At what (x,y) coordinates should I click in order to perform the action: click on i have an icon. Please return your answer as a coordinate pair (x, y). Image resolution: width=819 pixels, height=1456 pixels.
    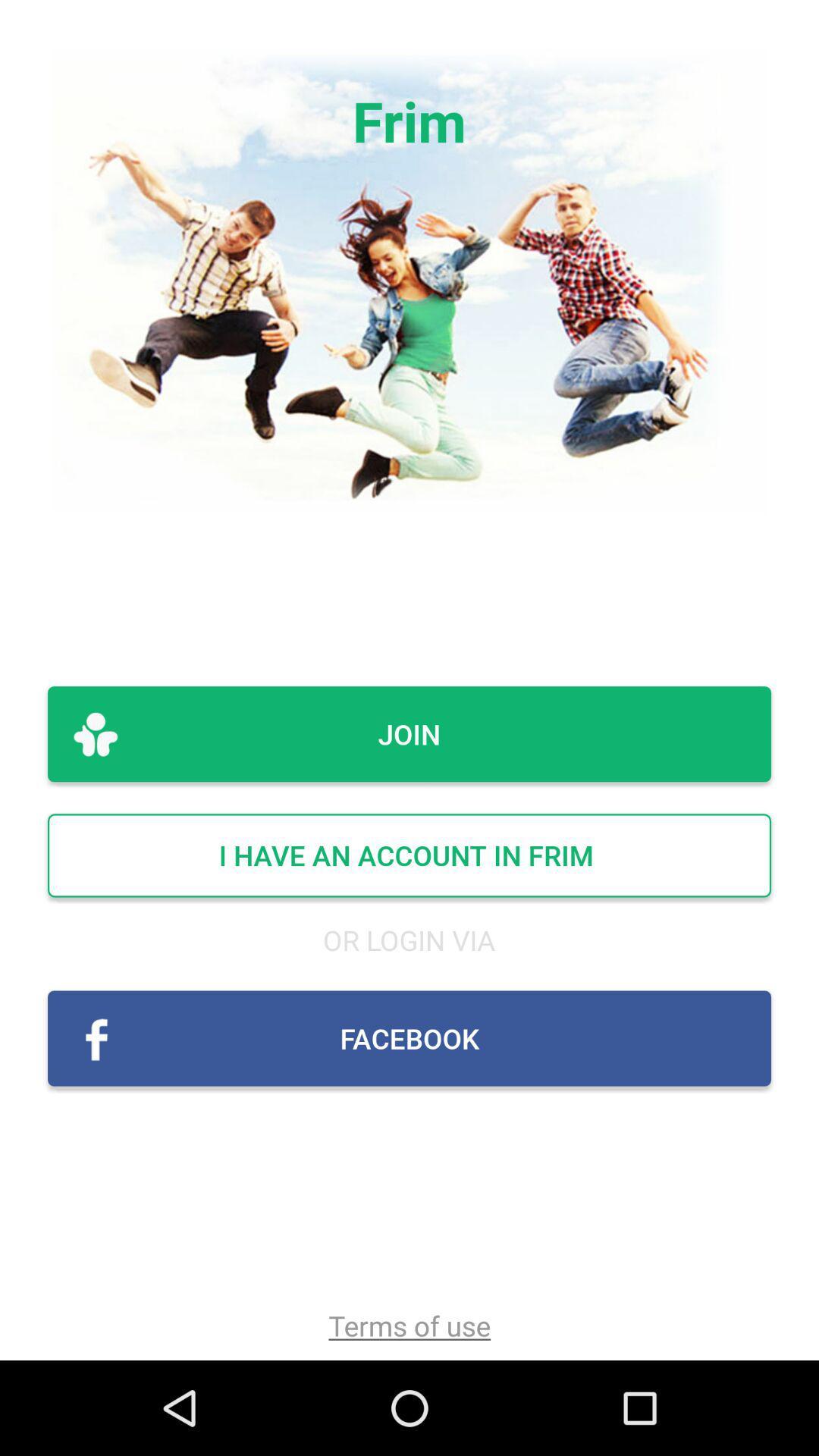
    Looking at the image, I should click on (409, 855).